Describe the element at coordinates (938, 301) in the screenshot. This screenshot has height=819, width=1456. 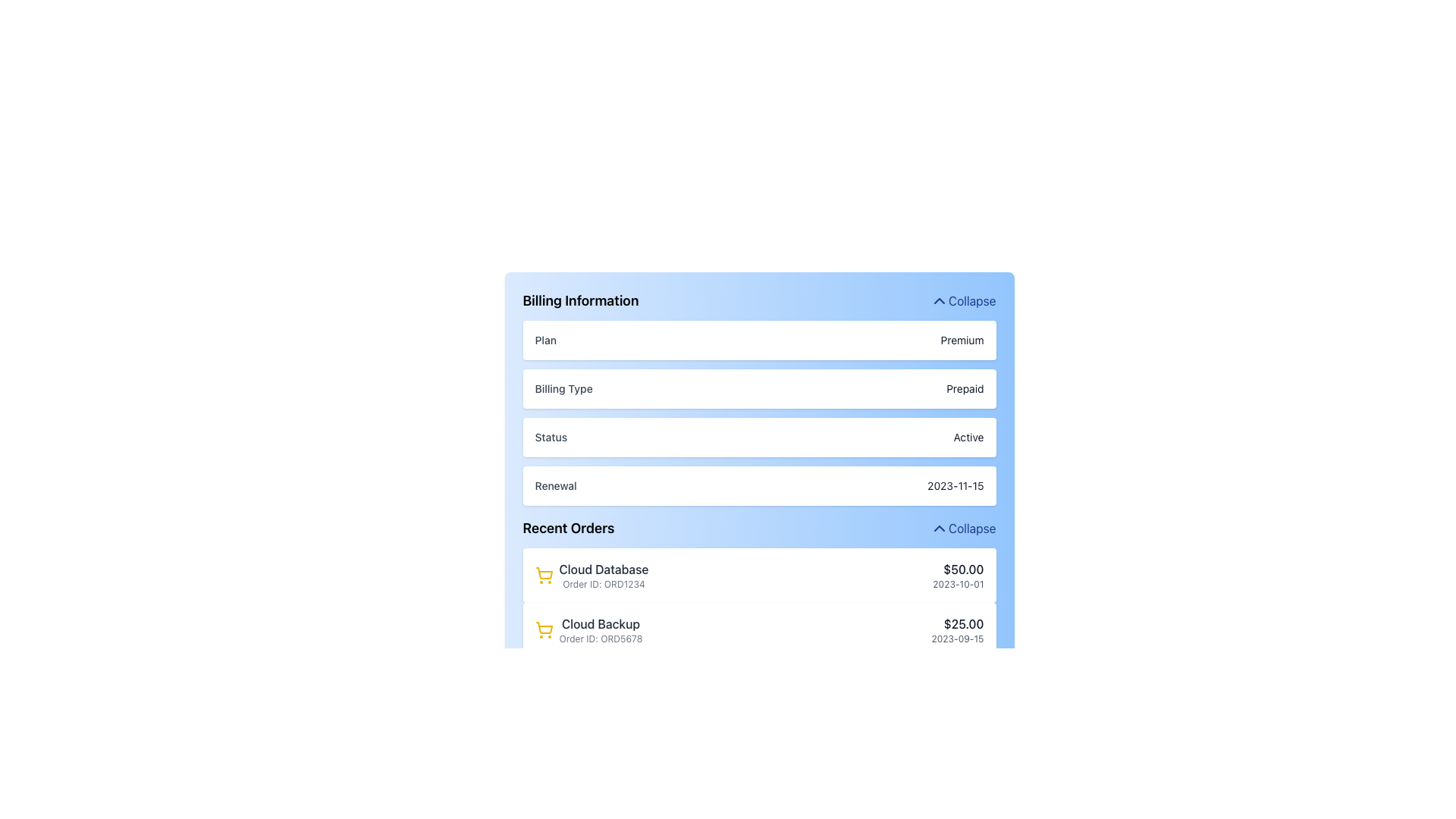
I see `the upward-pointing Chevron icon located at the top-right corner of the 'Billing Information' section` at that location.